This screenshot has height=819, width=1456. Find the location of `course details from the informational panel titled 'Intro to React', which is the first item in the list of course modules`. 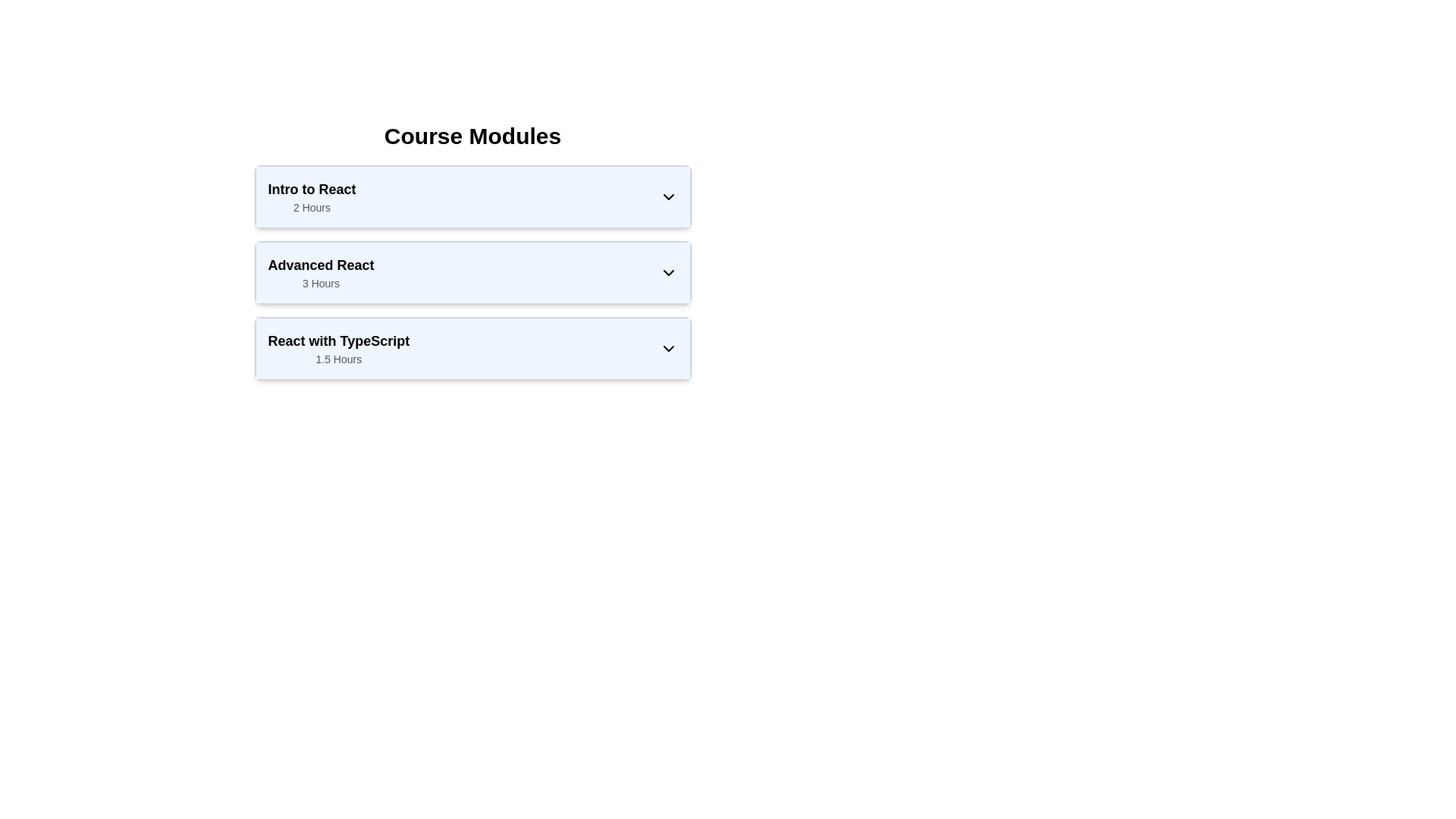

course details from the informational panel titled 'Intro to React', which is the first item in the list of course modules is located at coordinates (472, 196).